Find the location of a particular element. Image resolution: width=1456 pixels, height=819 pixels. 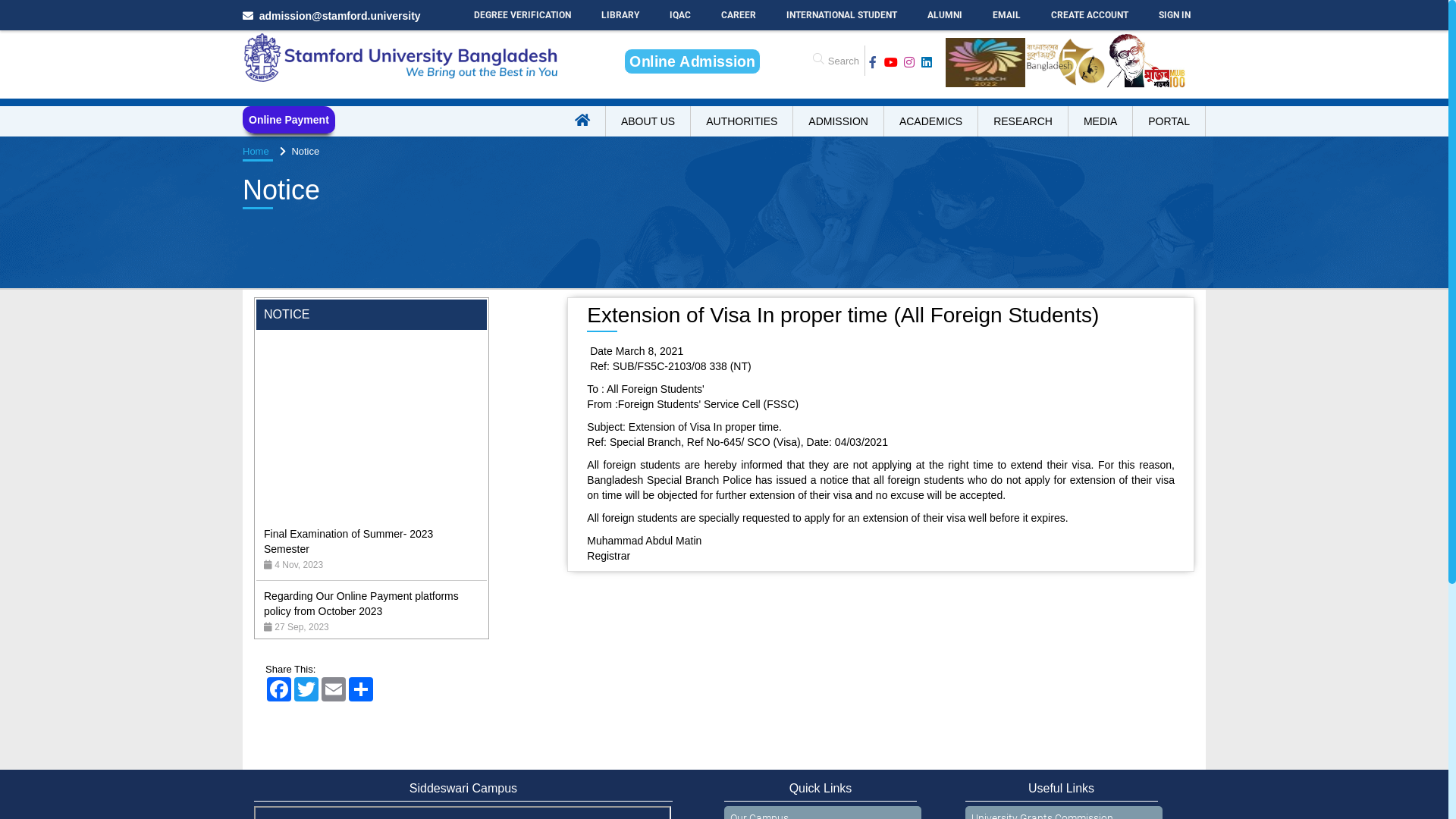

'Share' is located at coordinates (359, 689).